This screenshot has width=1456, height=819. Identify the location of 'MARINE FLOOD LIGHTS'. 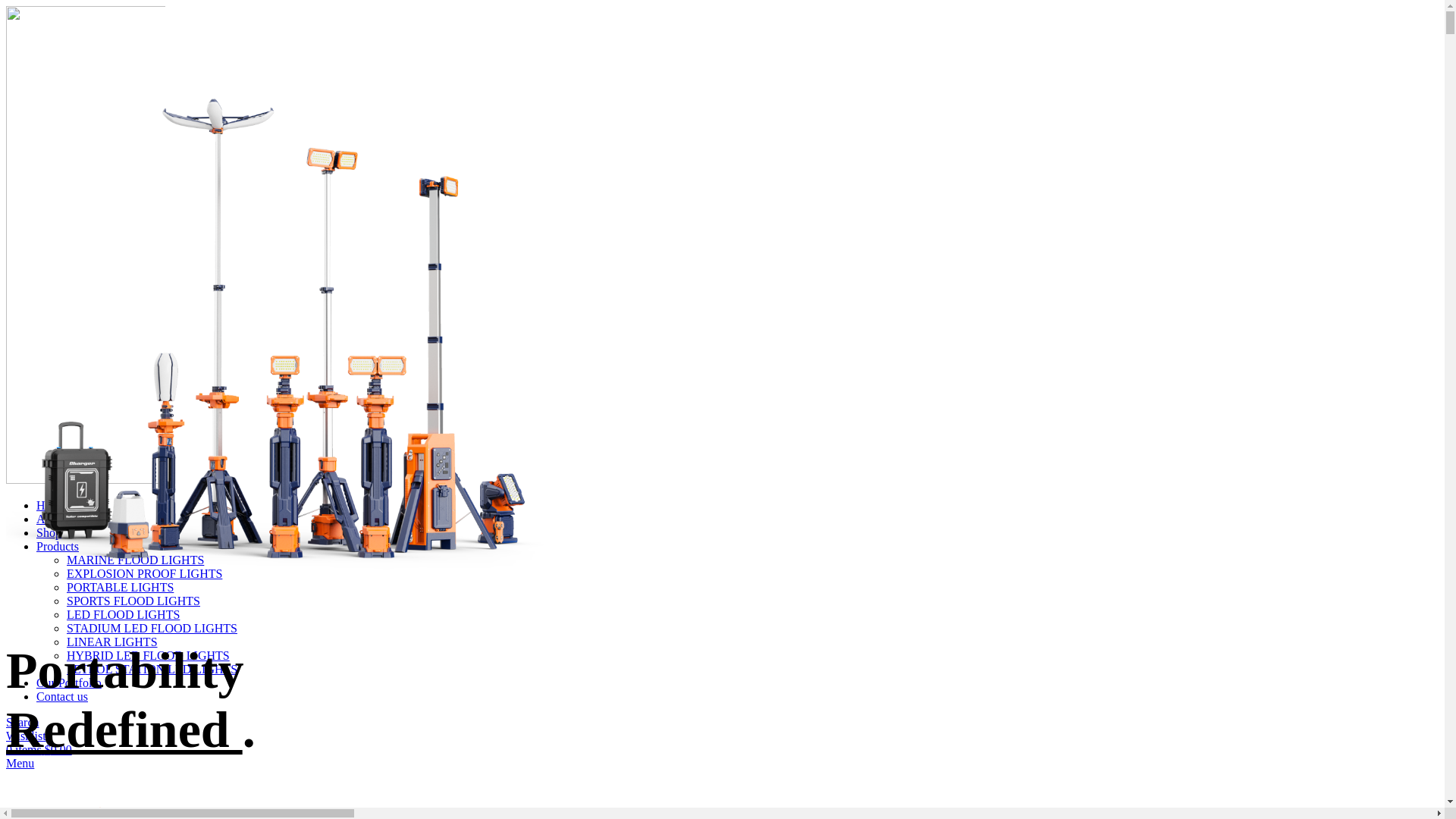
(135, 560).